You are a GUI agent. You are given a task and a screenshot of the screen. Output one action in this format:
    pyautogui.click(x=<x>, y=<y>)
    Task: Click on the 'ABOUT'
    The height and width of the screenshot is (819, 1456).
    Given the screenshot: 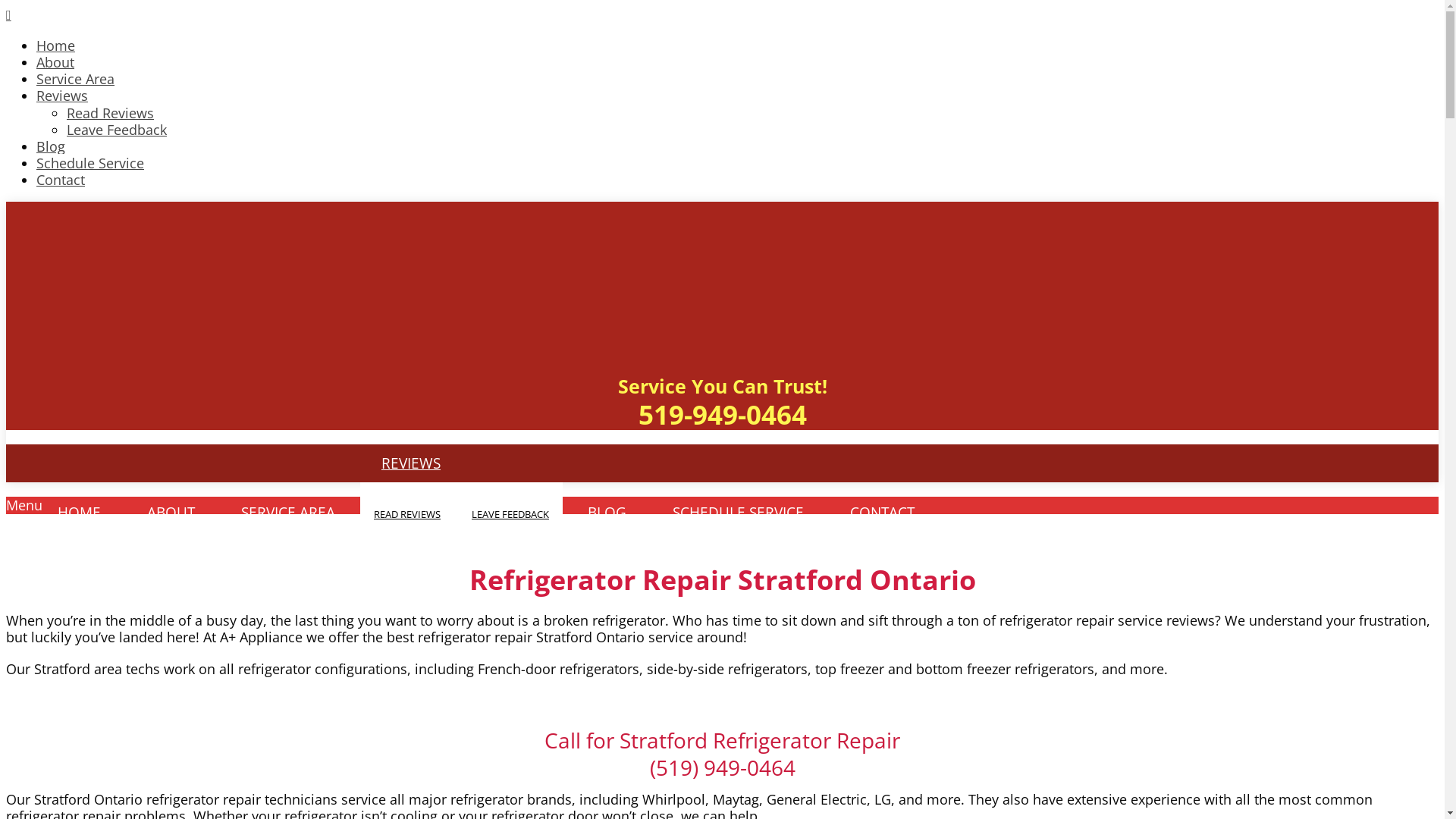 What is the action you would take?
    pyautogui.click(x=126, y=512)
    